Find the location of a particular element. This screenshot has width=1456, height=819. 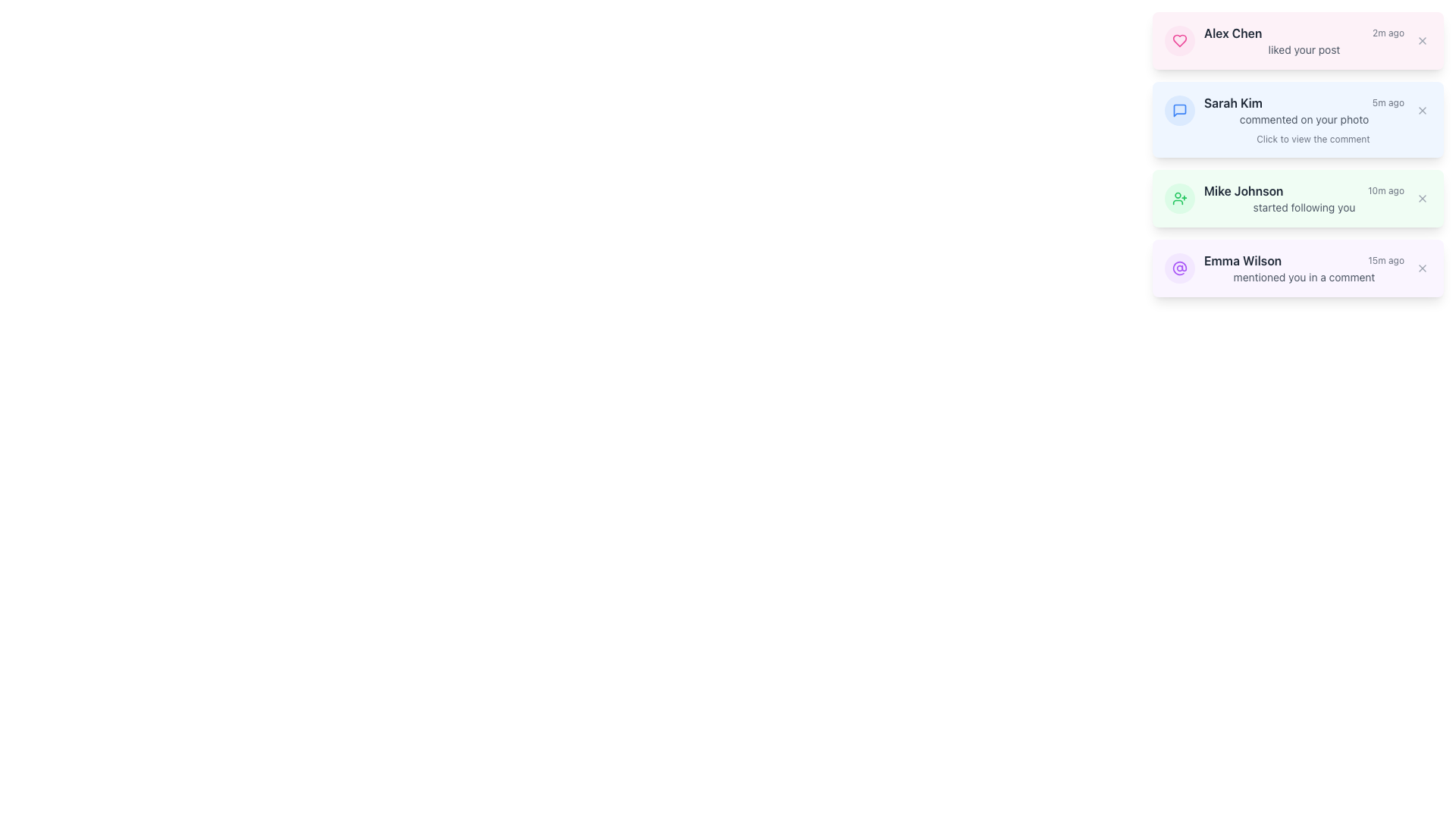

the text content of the user information label that displays 'Emma Wilson' and the notification time is located at coordinates (1303, 259).